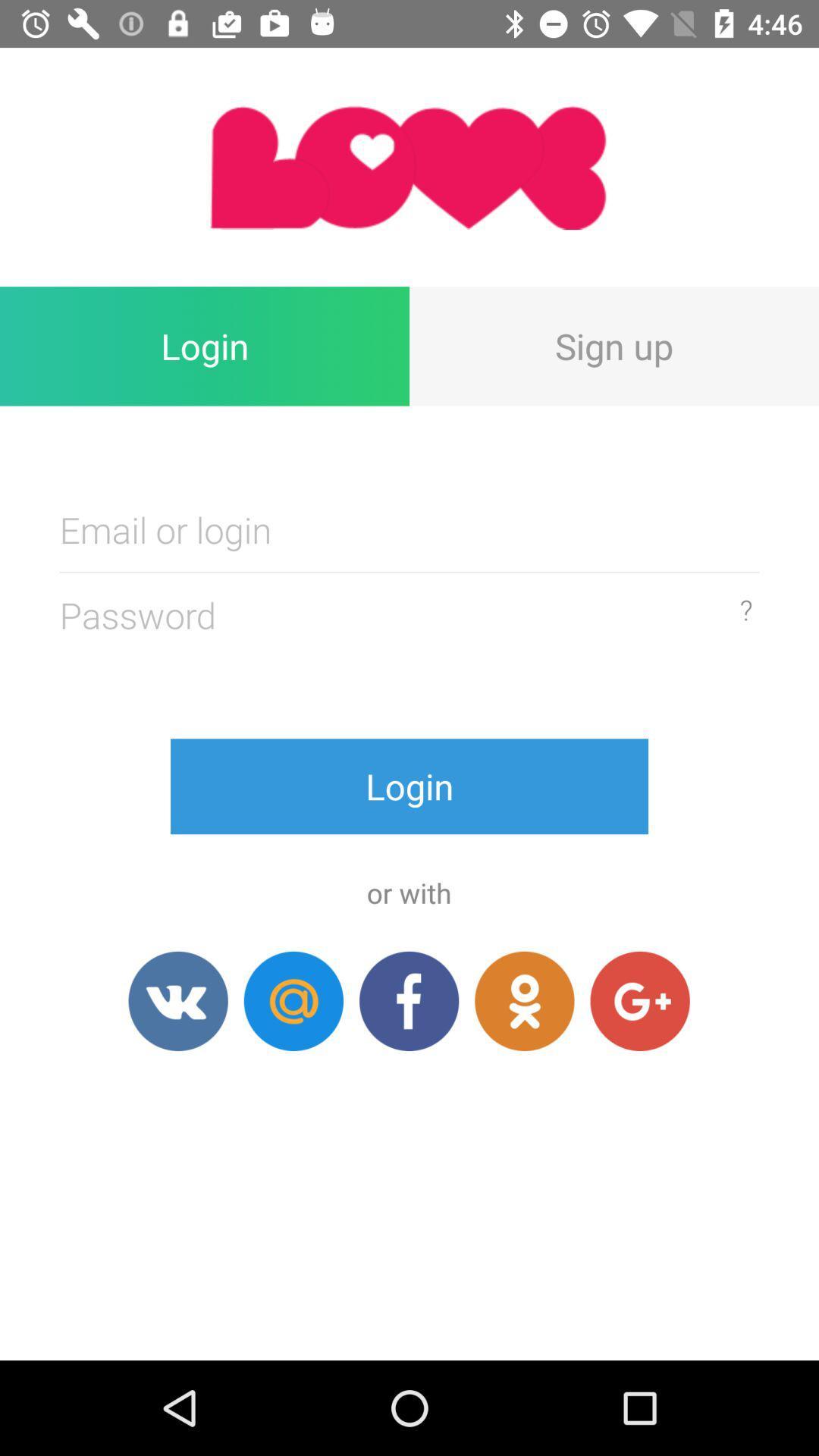 This screenshot has height=1456, width=819. I want to click on share on google plus, so click(640, 1001).